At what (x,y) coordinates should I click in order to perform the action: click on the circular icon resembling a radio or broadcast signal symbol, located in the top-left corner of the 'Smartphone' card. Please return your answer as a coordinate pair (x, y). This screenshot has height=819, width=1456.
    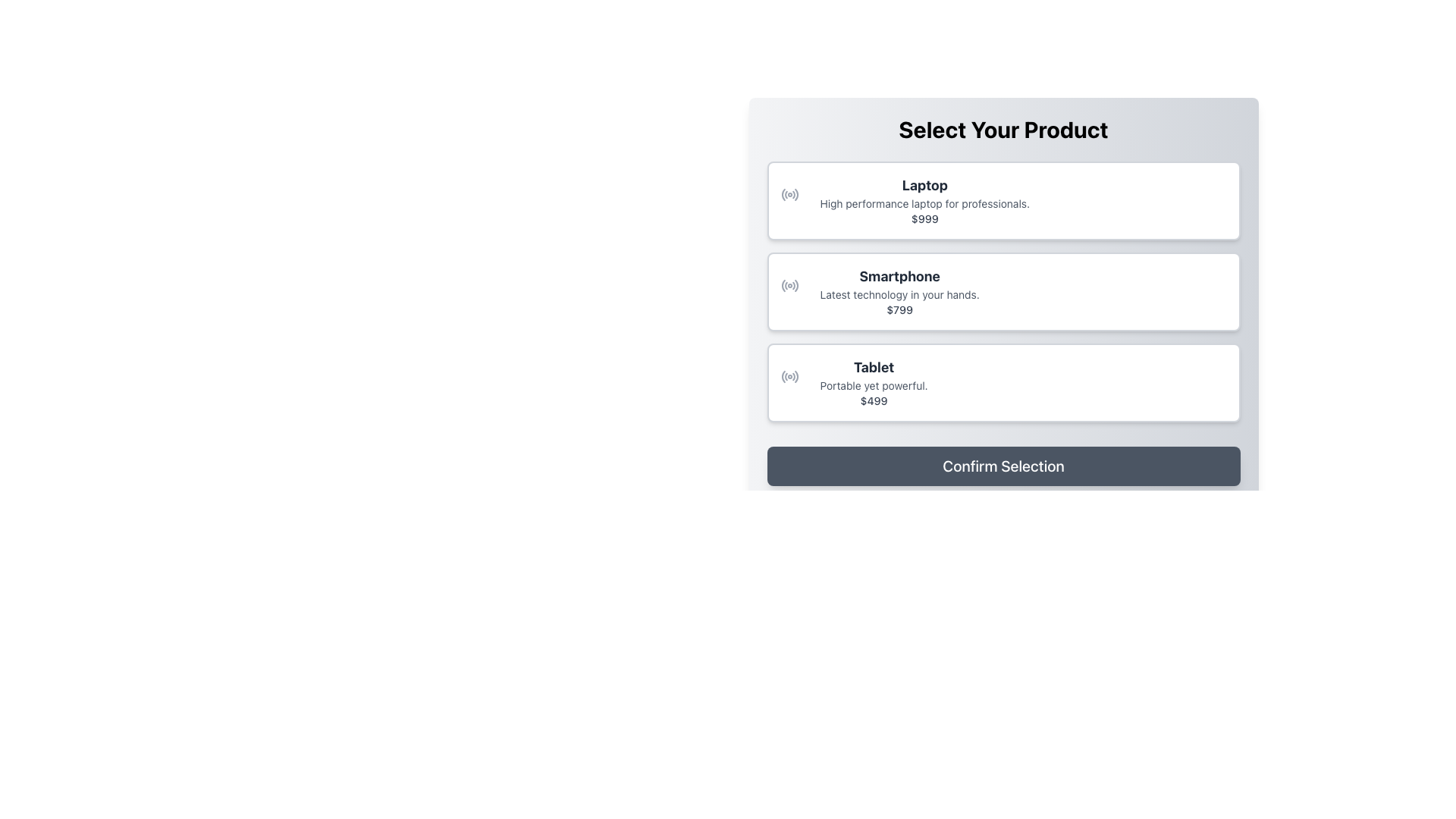
    Looking at the image, I should click on (795, 292).